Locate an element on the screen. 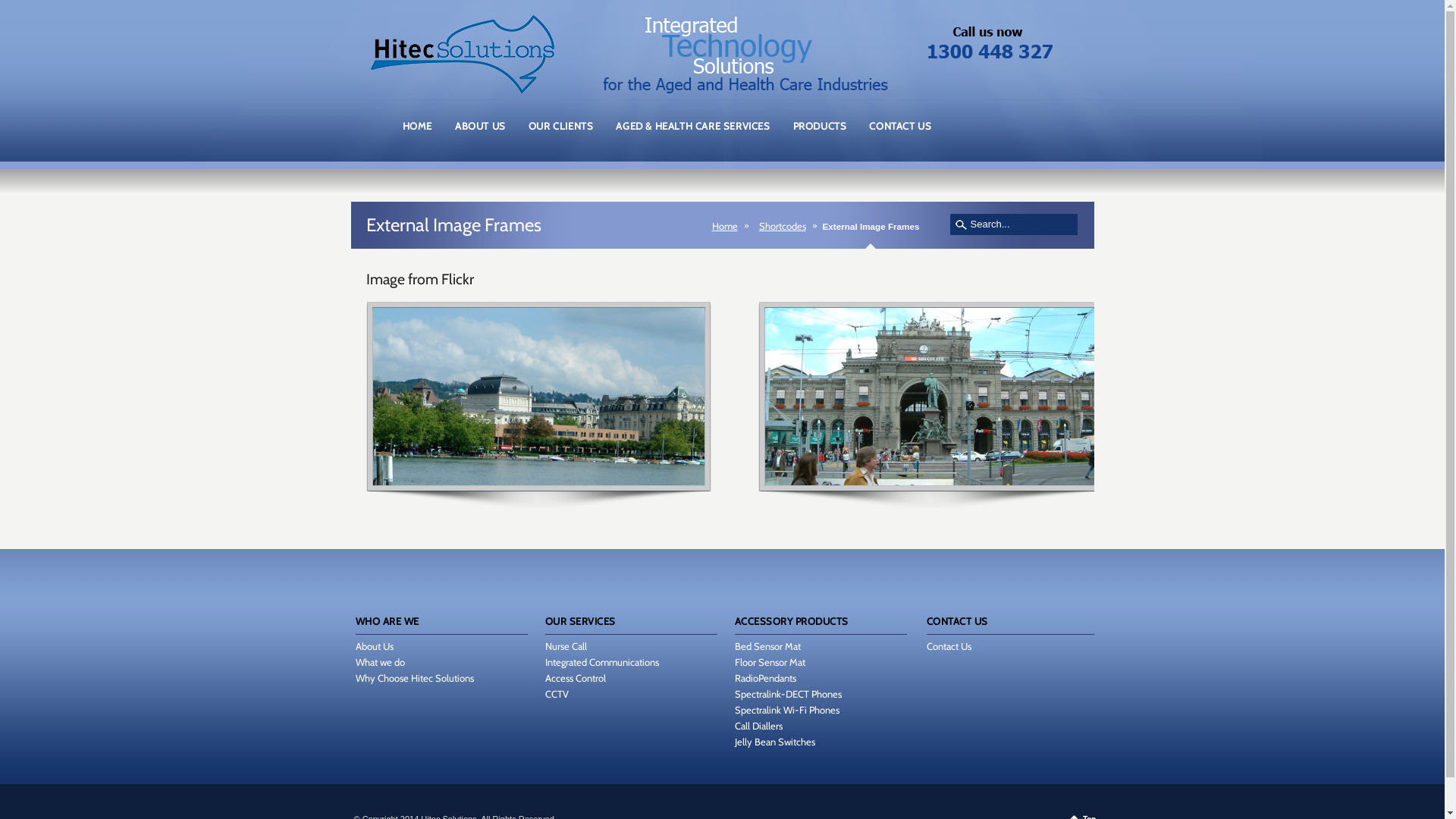  'Contact Us' is located at coordinates (926, 646).